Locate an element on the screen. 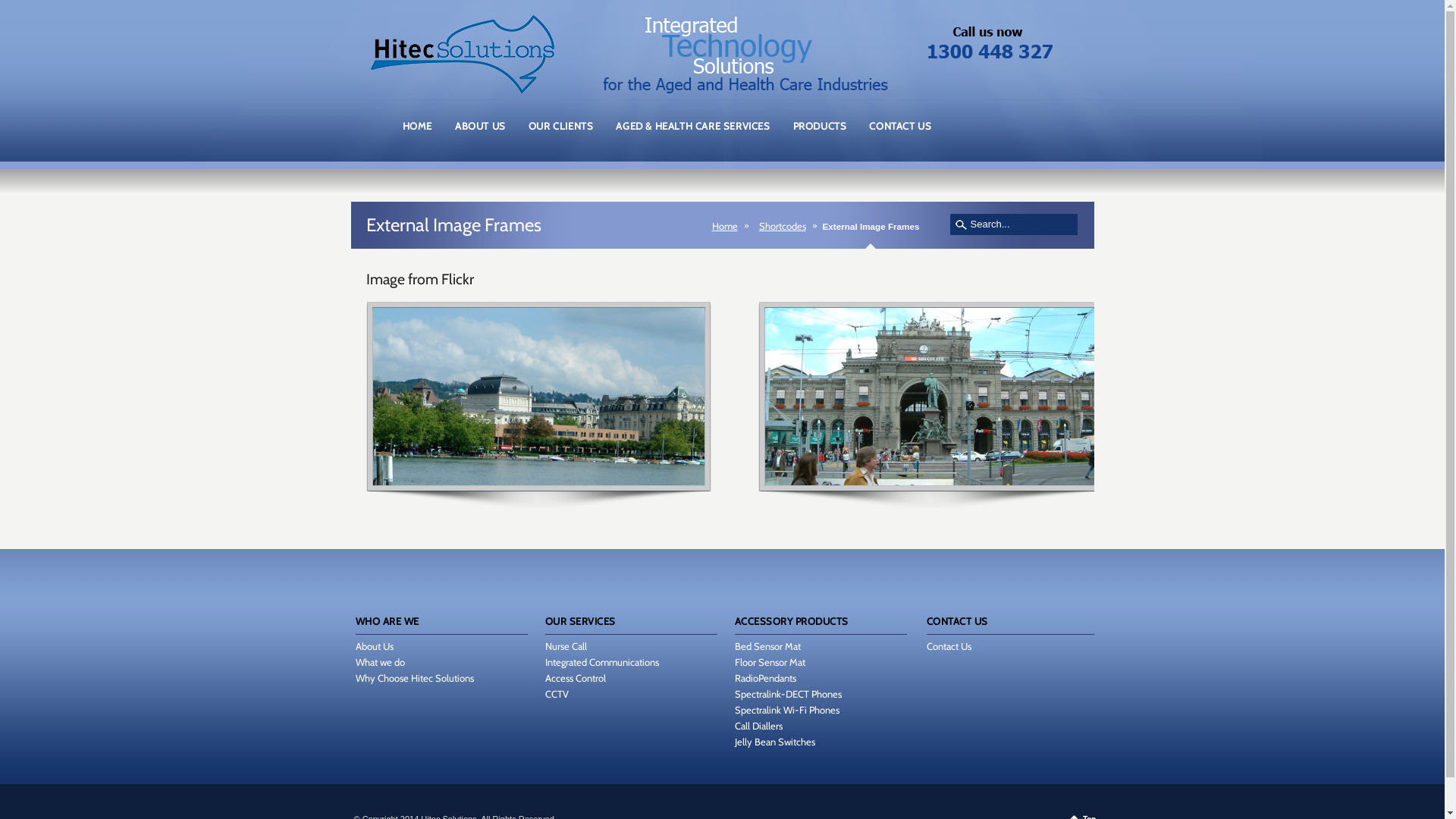  'Contact Us' is located at coordinates (926, 646).